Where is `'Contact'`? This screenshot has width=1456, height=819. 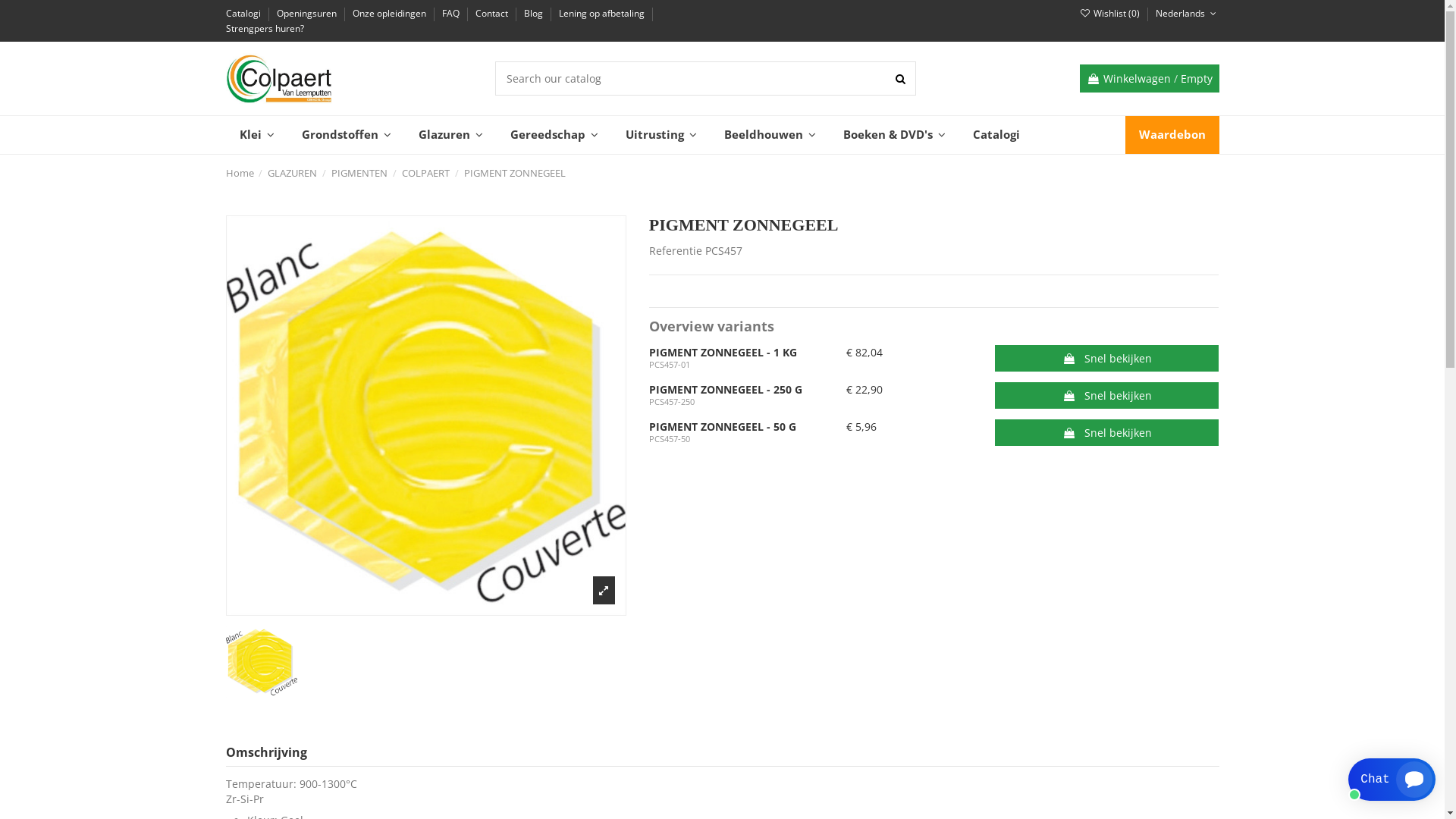 'Contact' is located at coordinates (491, 13).